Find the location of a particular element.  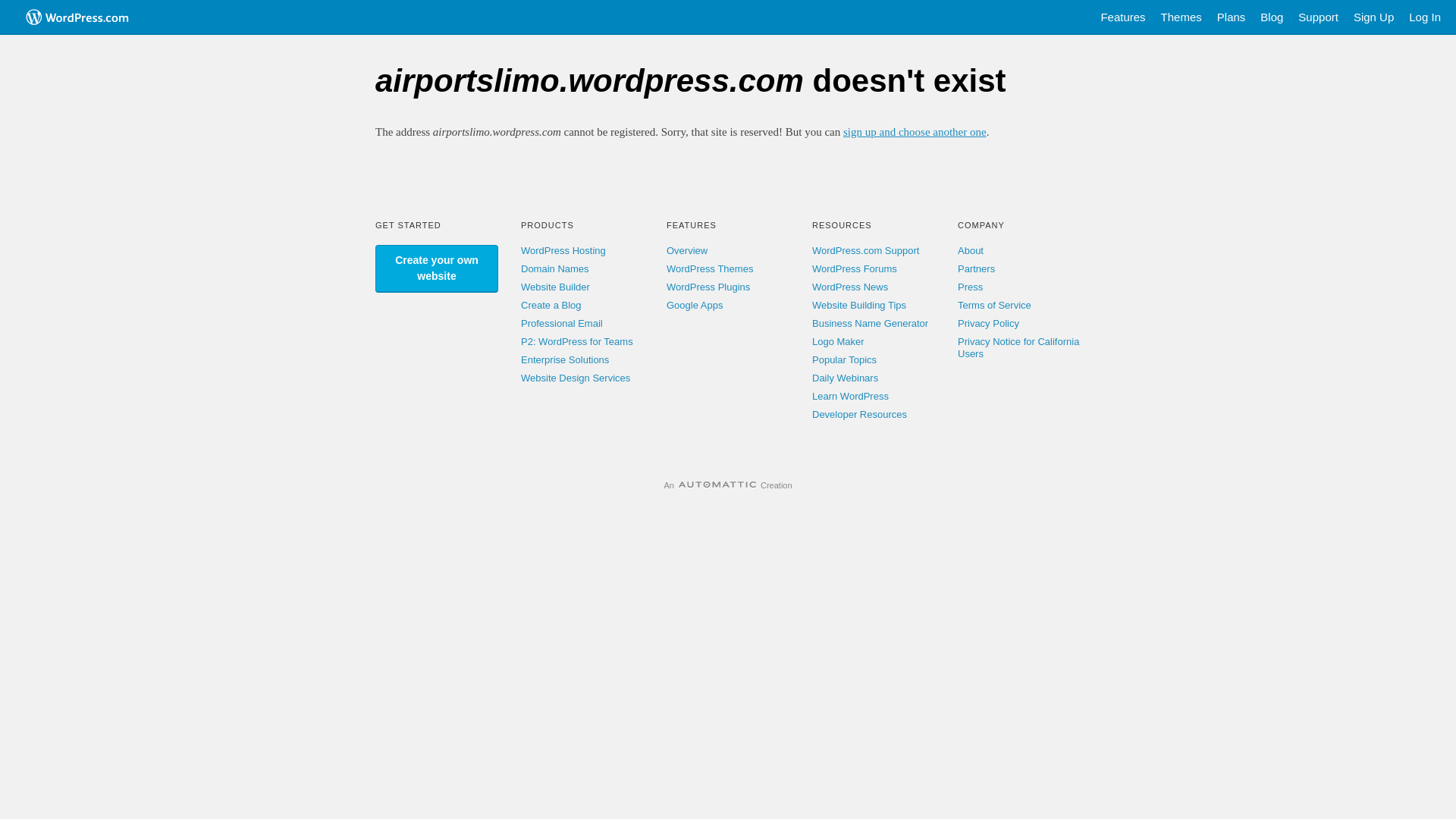

'Google Apps' is located at coordinates (666, 305).